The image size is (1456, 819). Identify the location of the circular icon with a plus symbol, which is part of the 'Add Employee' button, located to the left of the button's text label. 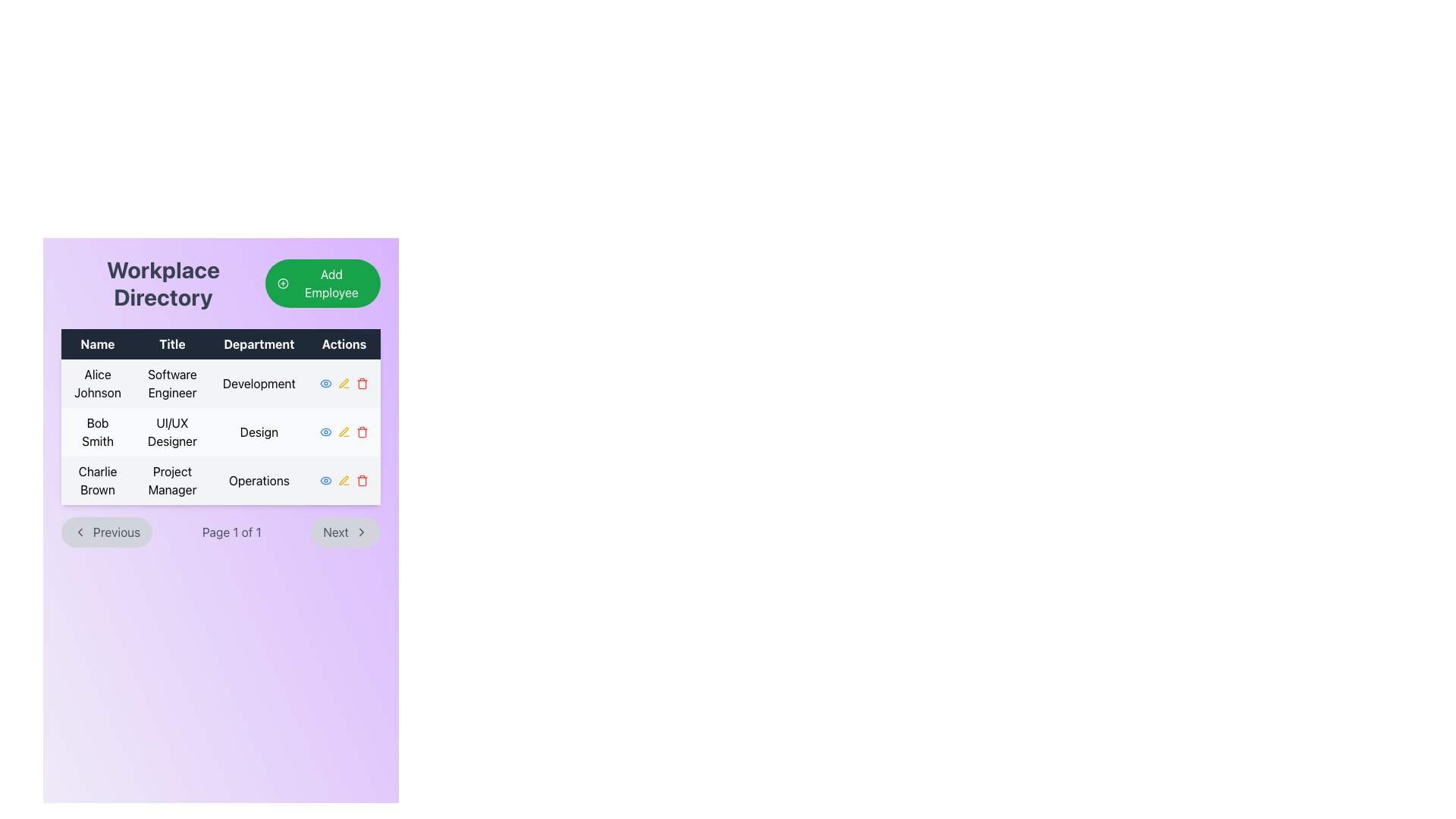
(283, 284).